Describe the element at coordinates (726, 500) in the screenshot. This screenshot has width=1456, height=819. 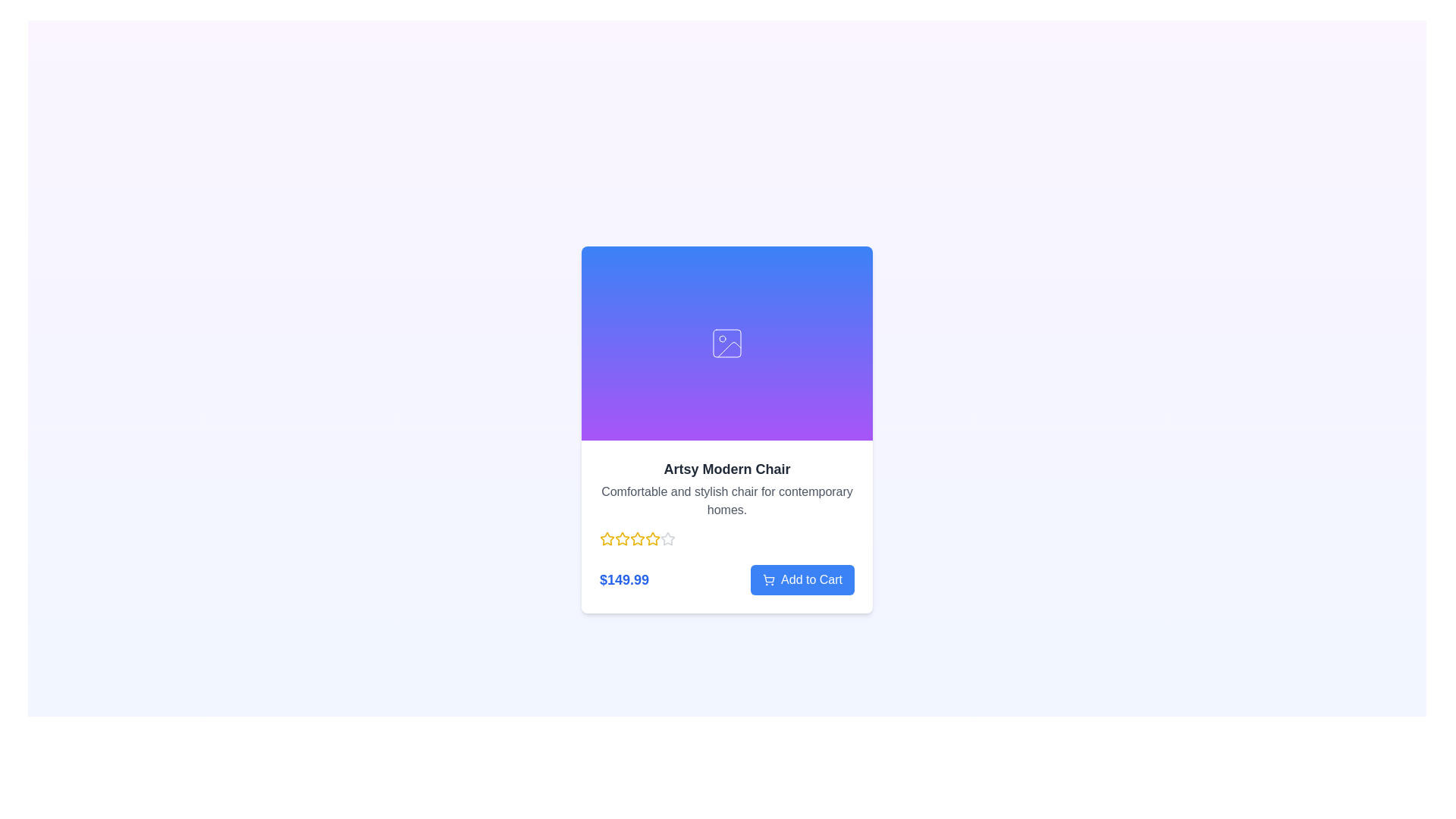
I see `descriptive text element located beneath the title 'Artsy Modern Chair' and above the star rating component` at that location.